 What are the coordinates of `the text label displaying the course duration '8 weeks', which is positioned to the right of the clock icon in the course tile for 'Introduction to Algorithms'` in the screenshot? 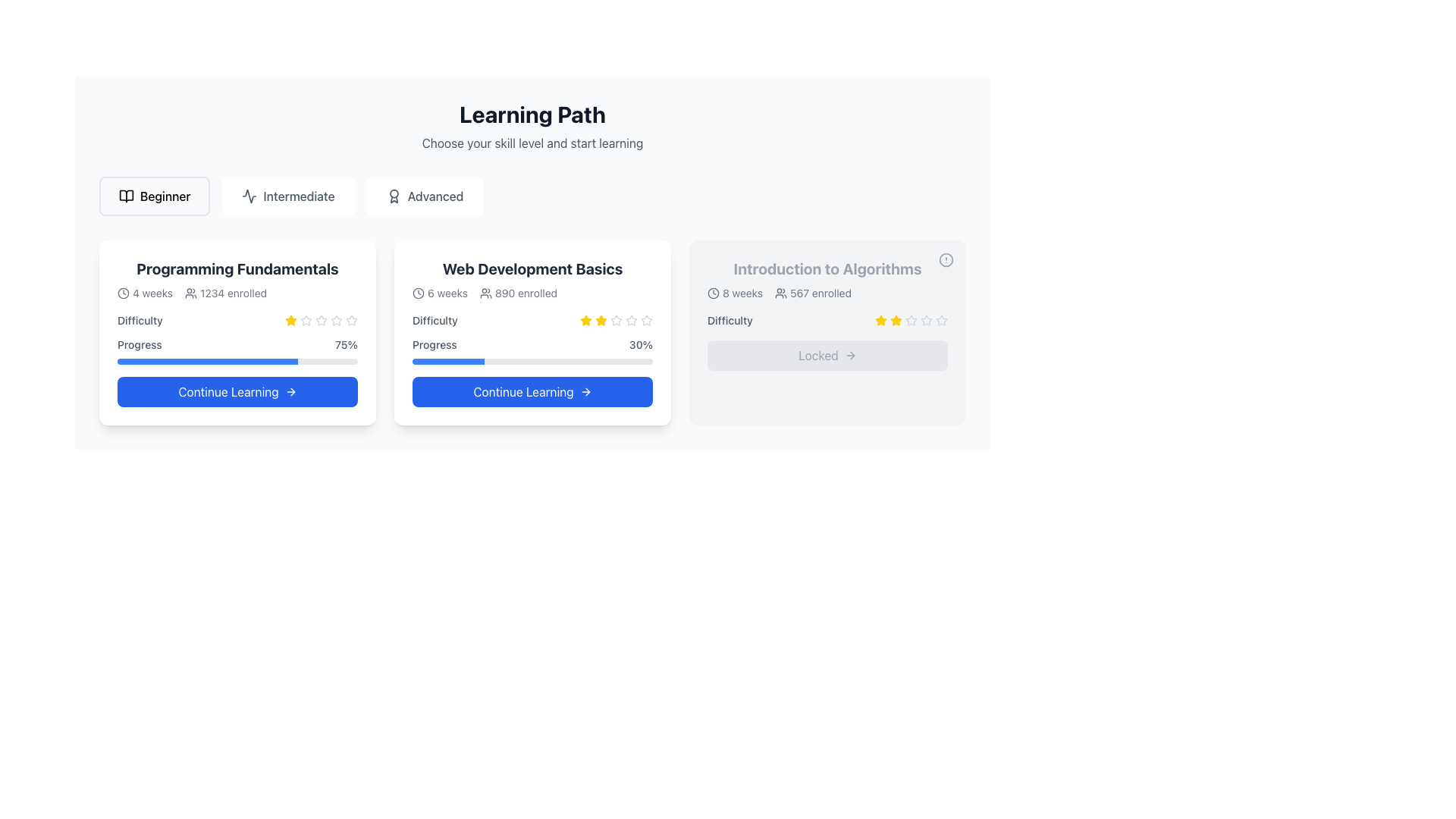 It's located at (742, 293).